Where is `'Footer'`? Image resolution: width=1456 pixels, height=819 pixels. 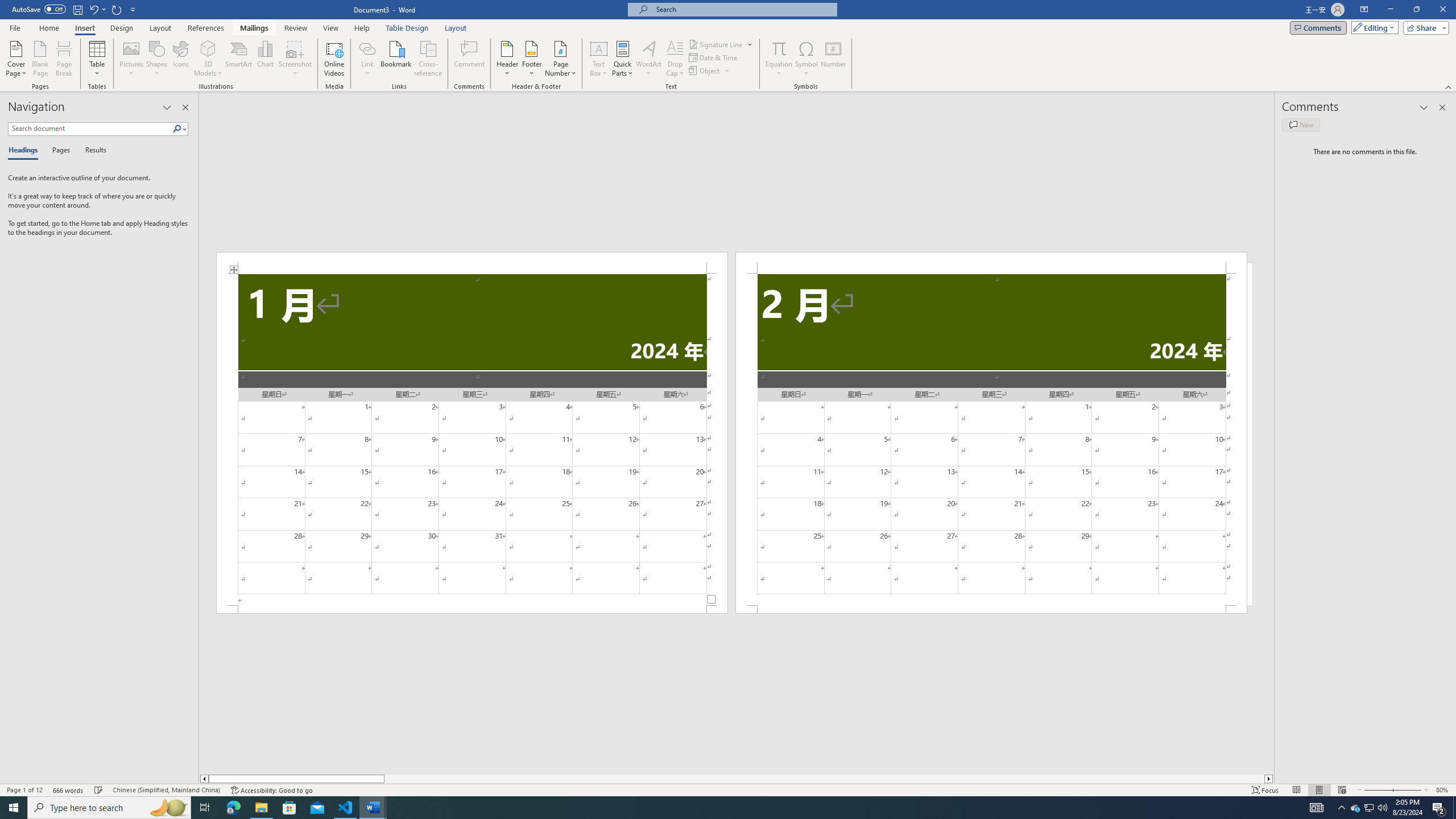
'Footer' is located at coordinates (531, 59).